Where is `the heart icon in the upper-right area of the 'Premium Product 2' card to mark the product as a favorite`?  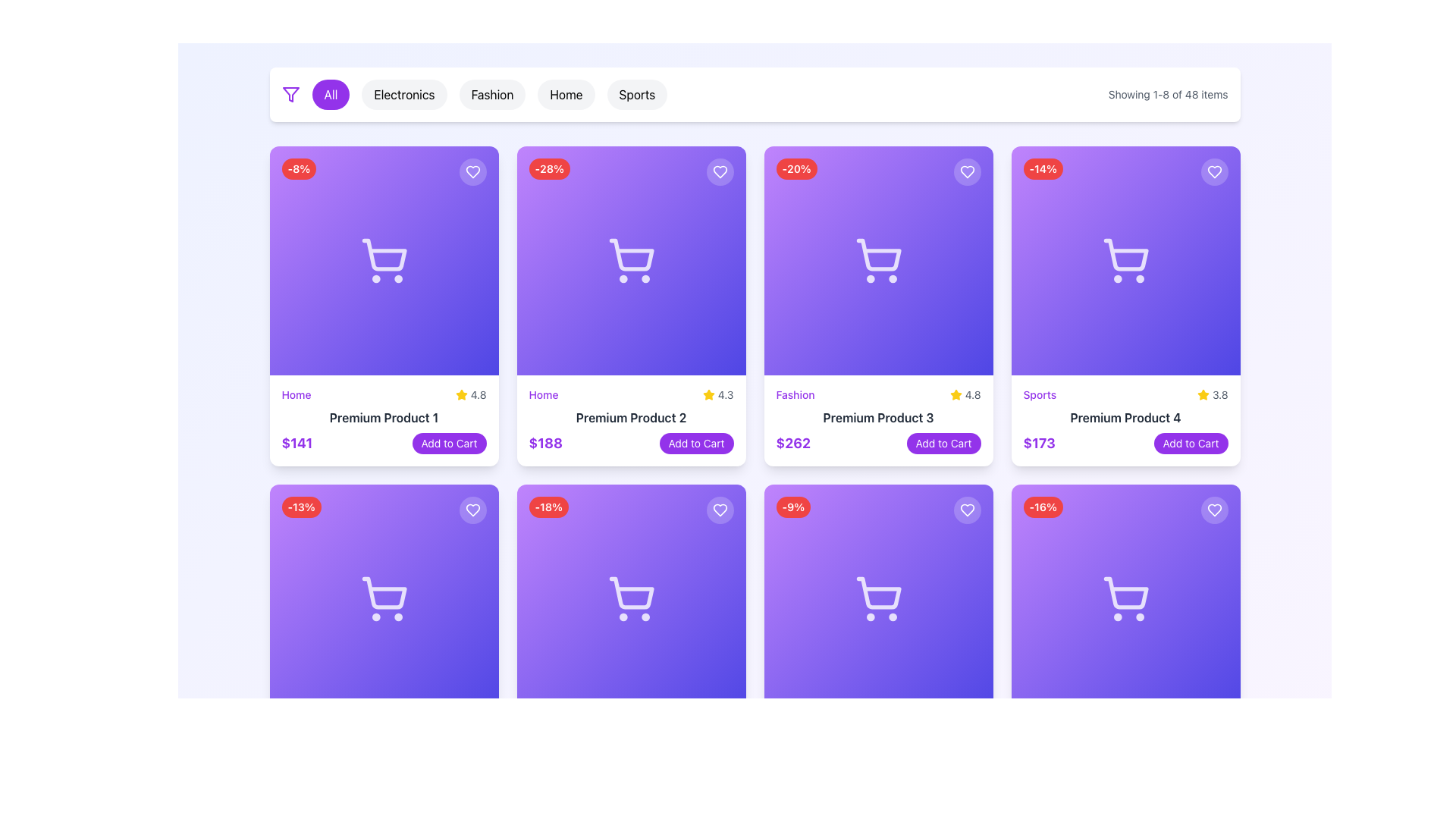
the heart icon in the upper-right area of the 'Premium Product 2' card to mark the product as a favorite is located at coordinates (719, 171).